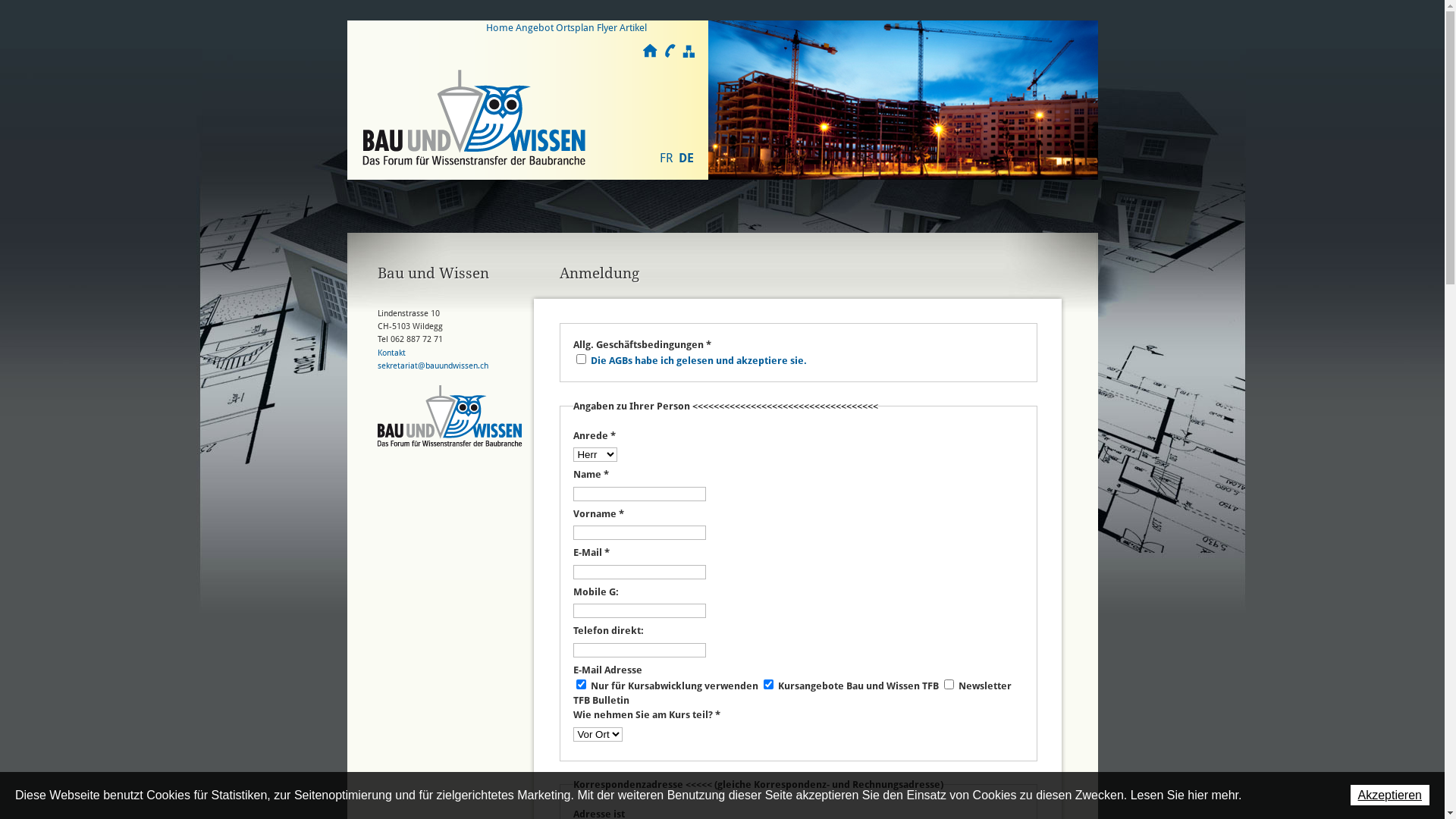 Image resolution: width=1456 pixels, height=819 pixels. I want to click on 'Flyer', so click(607, 27).